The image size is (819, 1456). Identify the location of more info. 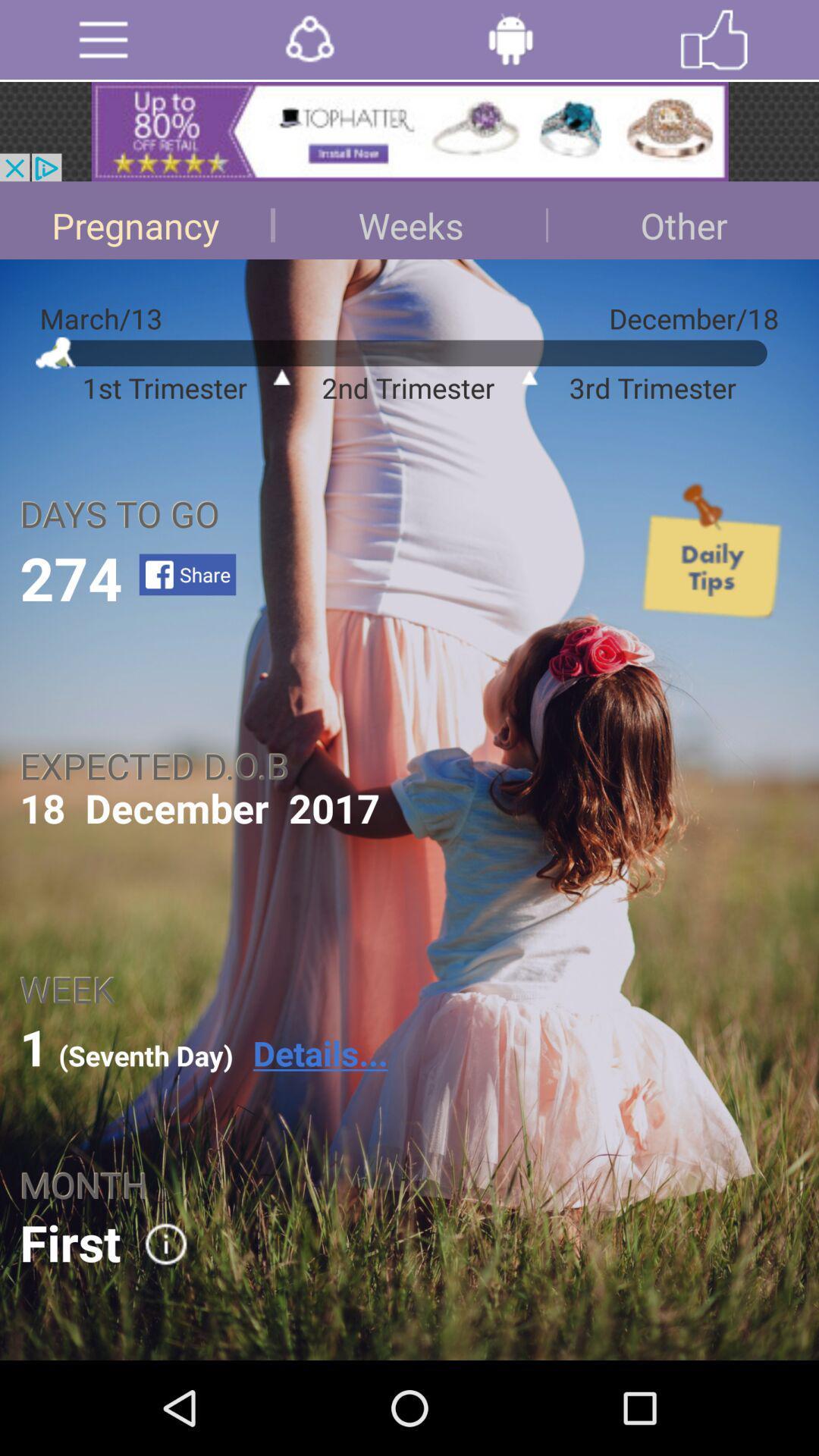
(155, 1244).